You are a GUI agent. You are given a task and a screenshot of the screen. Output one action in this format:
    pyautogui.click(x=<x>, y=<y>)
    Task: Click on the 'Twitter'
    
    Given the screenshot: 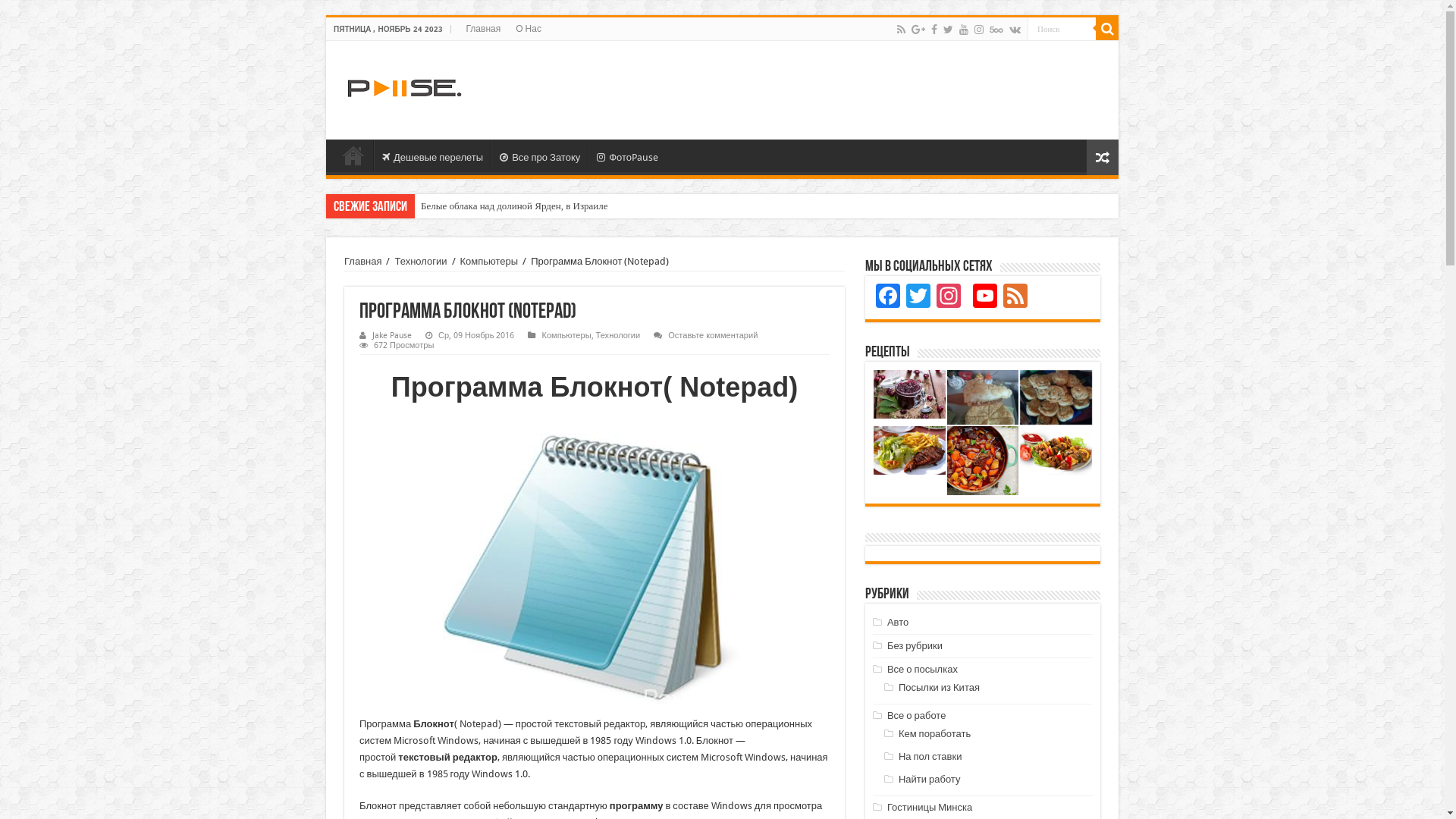 What is the action you would take?
    pyautogui.click(x=947, y=29)
    